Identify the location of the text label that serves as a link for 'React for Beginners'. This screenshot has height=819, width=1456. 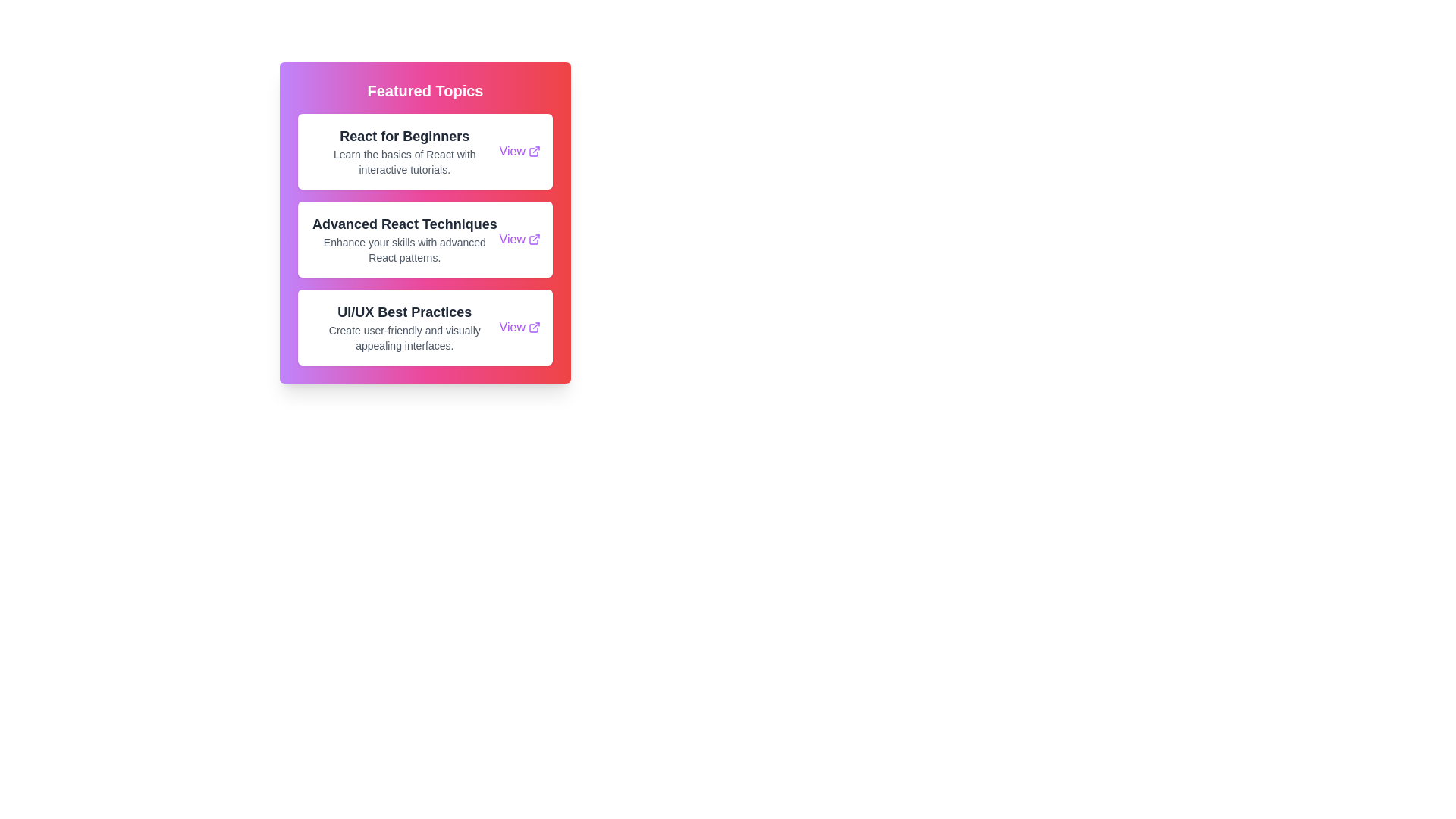
(512, 152).